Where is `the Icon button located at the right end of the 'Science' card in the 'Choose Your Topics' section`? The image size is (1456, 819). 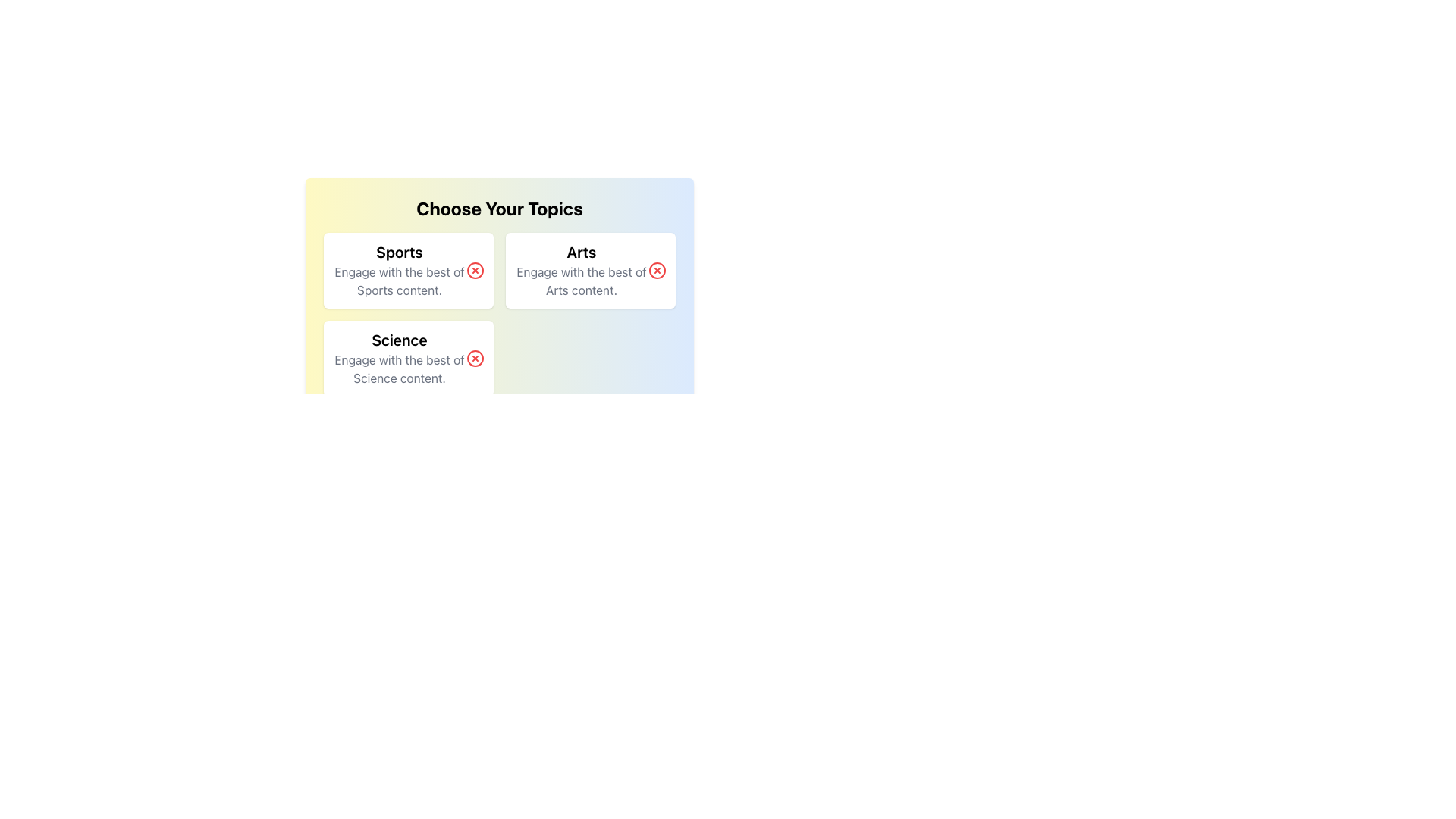 the Icon button located at the right end of the 'Science' card in the 'Choose Your Topics' section is located at coordinates (475, 359).